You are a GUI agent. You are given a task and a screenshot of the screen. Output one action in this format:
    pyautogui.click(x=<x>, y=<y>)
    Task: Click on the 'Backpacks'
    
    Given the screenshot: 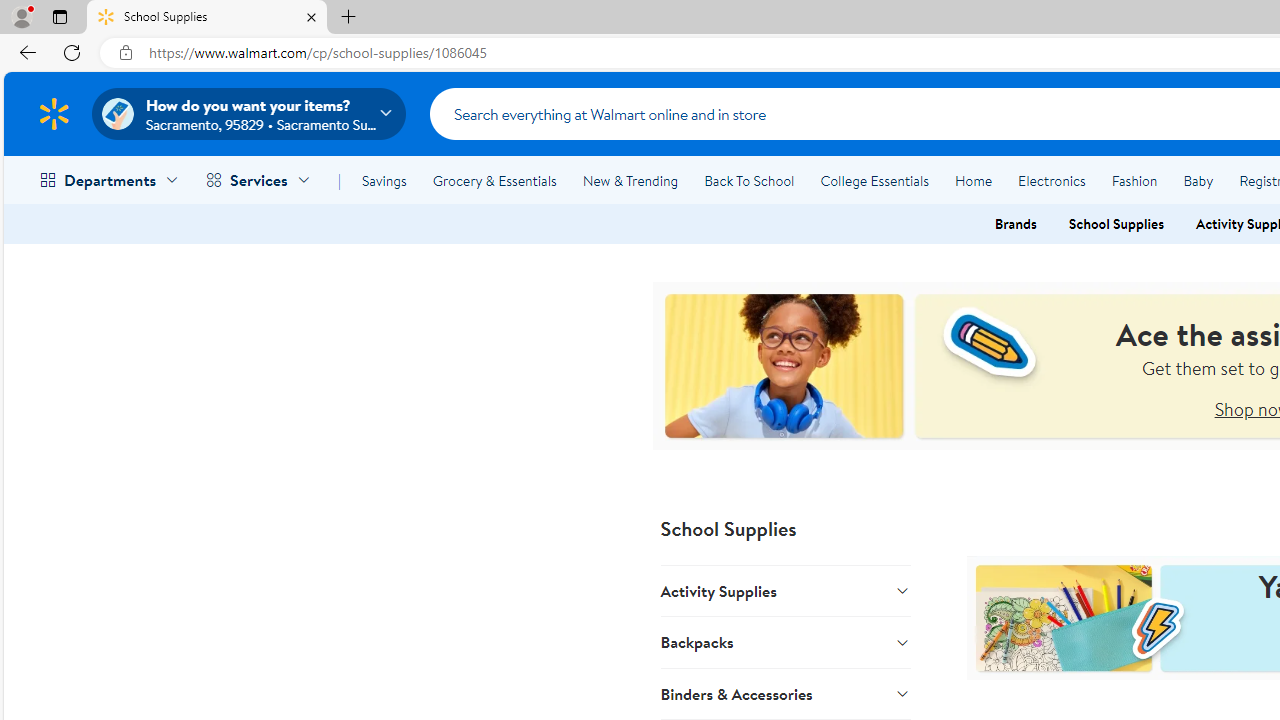 What is the action you would take?
    pyautogui.click(x=784, y=642)
    